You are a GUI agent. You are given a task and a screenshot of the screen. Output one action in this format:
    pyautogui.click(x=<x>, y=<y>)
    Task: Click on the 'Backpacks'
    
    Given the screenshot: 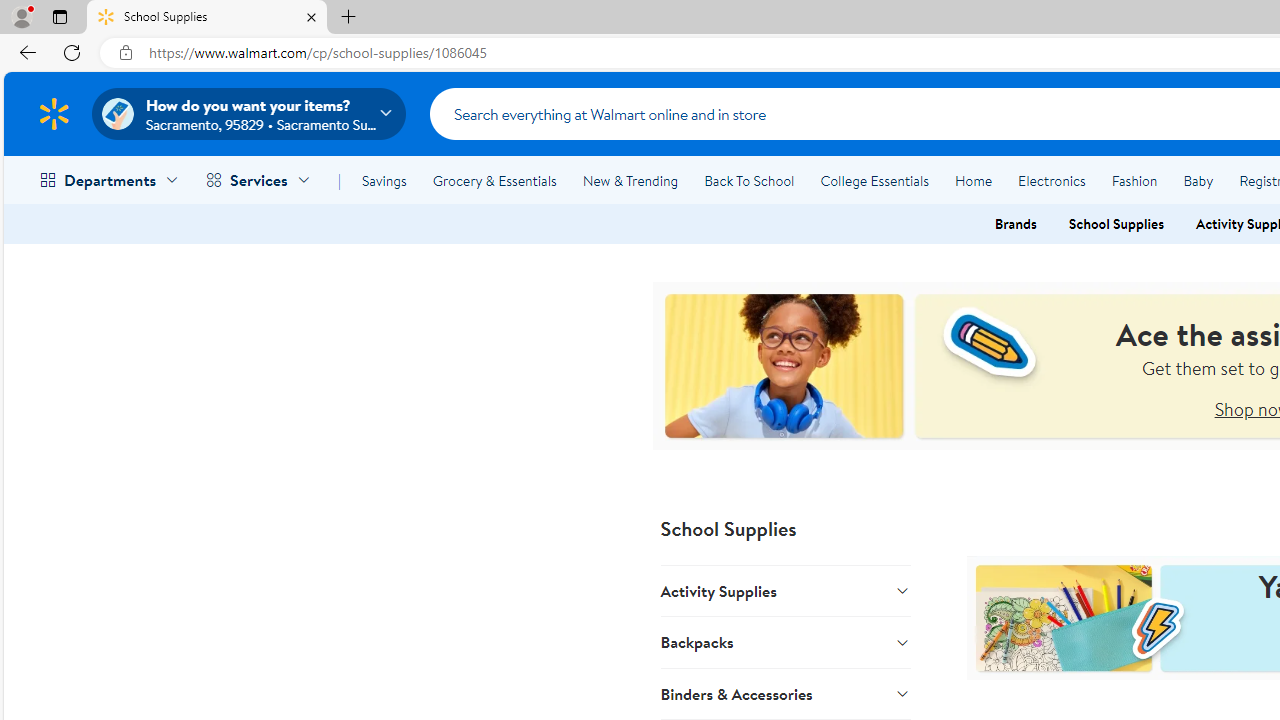 What is the action you would take?
    pyautogui.click(x=784, y=642)
    